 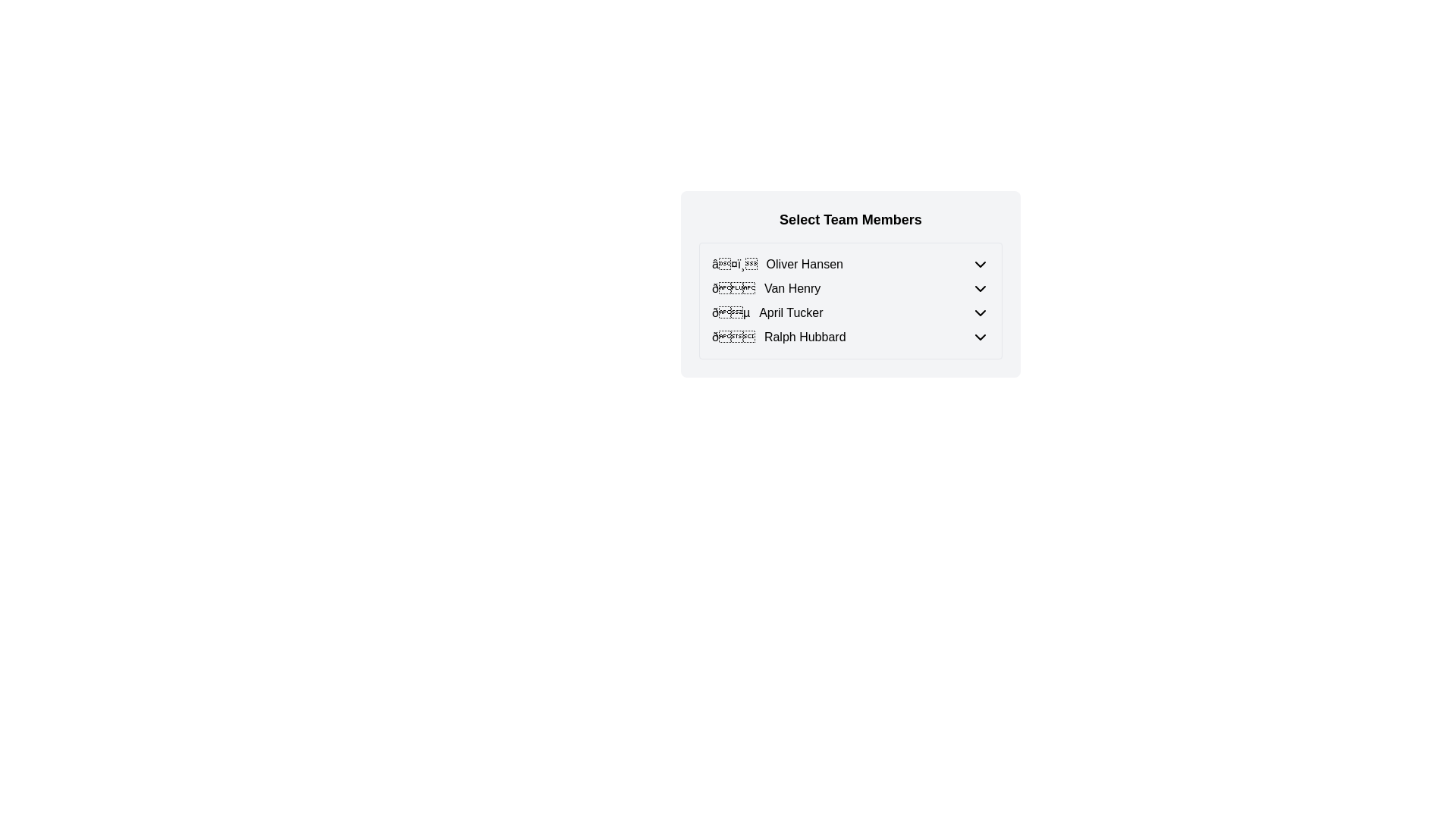 I want to click on the first list item in the 'Select Team Members' section, which displays an emoji-like heart symbol followed by the text 'Oliver Hansen', to highlight or select the name, so click(x=777, y=263).